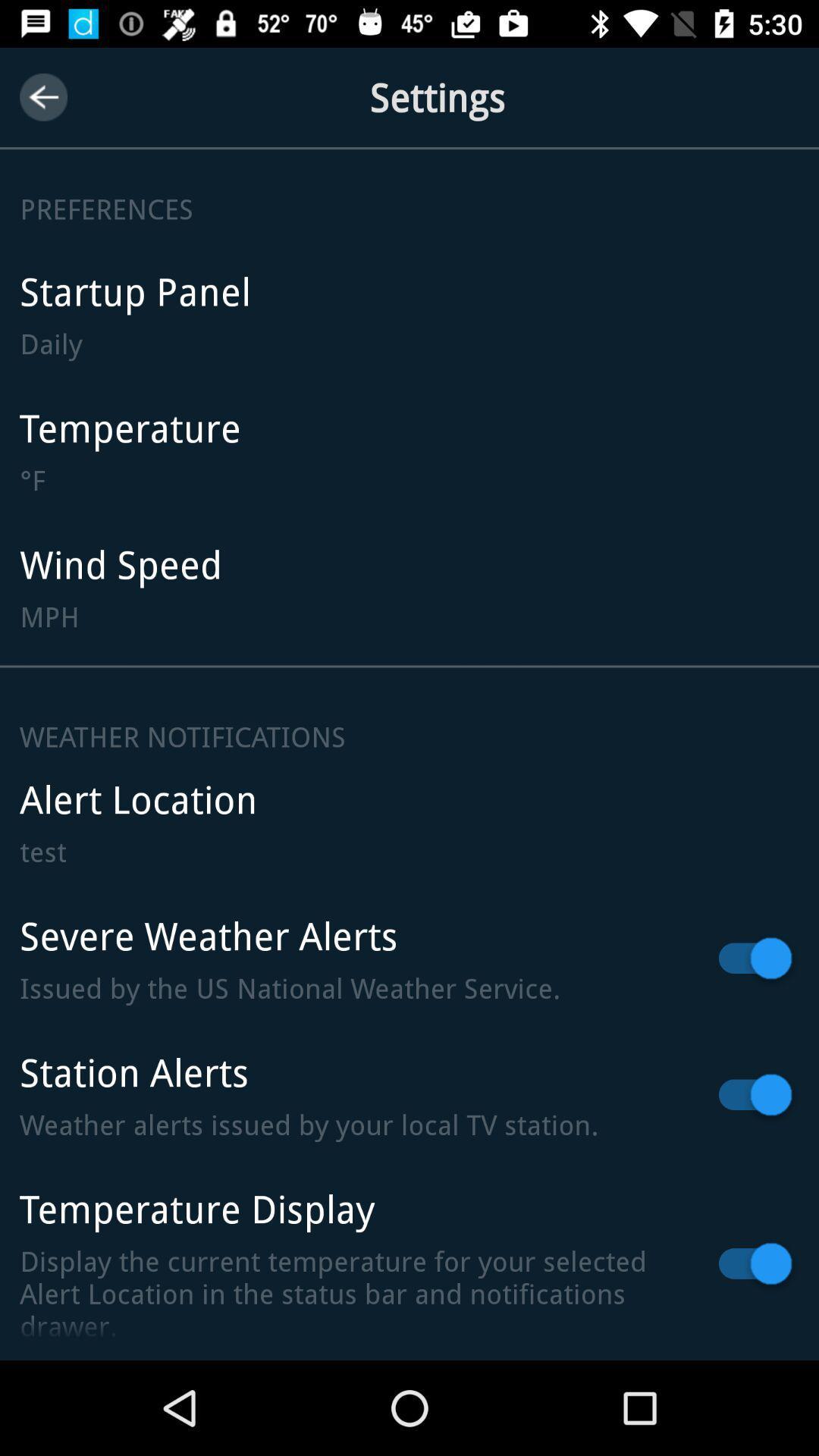  What do you see at coordinates (42, 96) in the screenshot?
I see `the arrow_backward icon` at bounding box center [42, 96].